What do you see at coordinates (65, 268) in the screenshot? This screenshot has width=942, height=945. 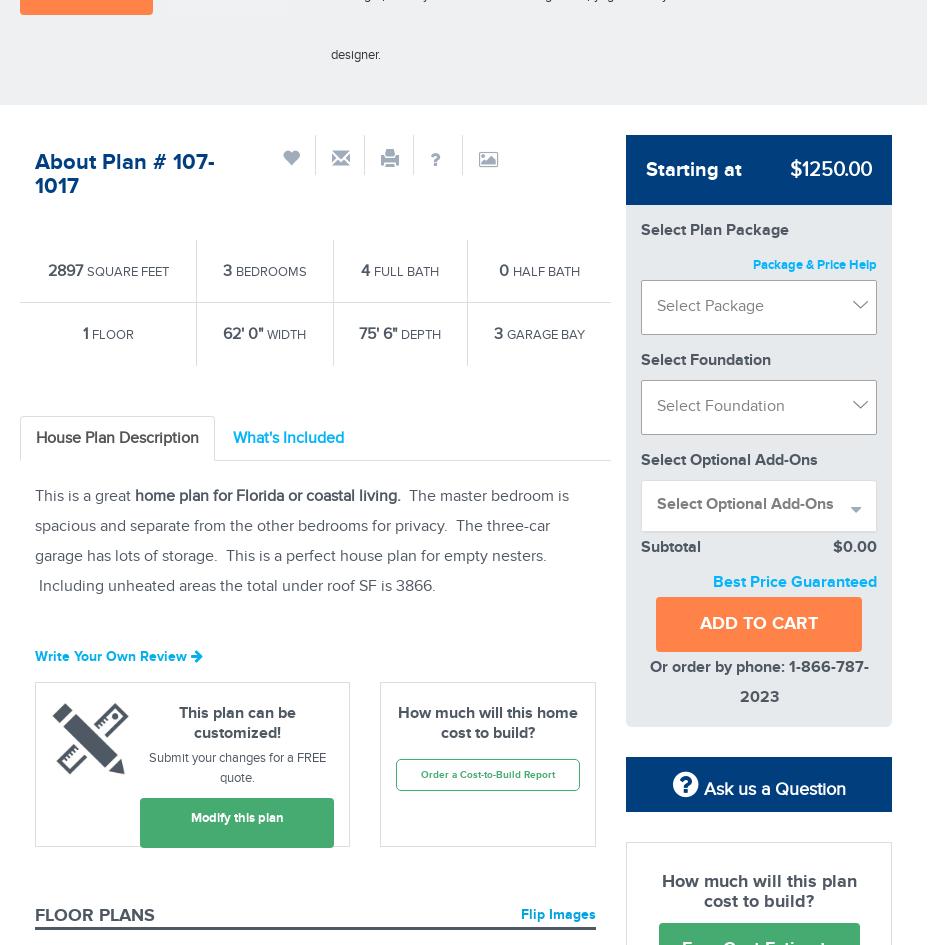 I see `'2897'` at bounding box center [65, 268].